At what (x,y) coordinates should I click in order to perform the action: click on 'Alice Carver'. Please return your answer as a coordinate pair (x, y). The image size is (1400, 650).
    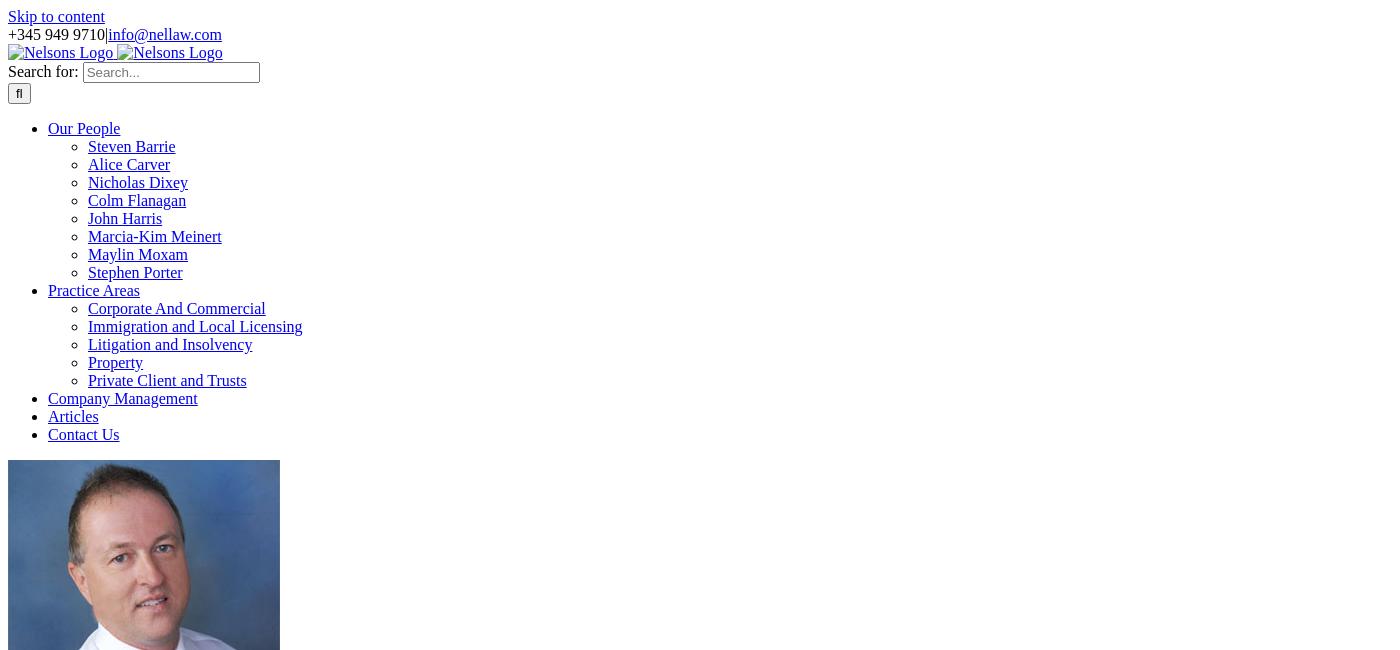
    Looking at the image, I should click on (128, 164).